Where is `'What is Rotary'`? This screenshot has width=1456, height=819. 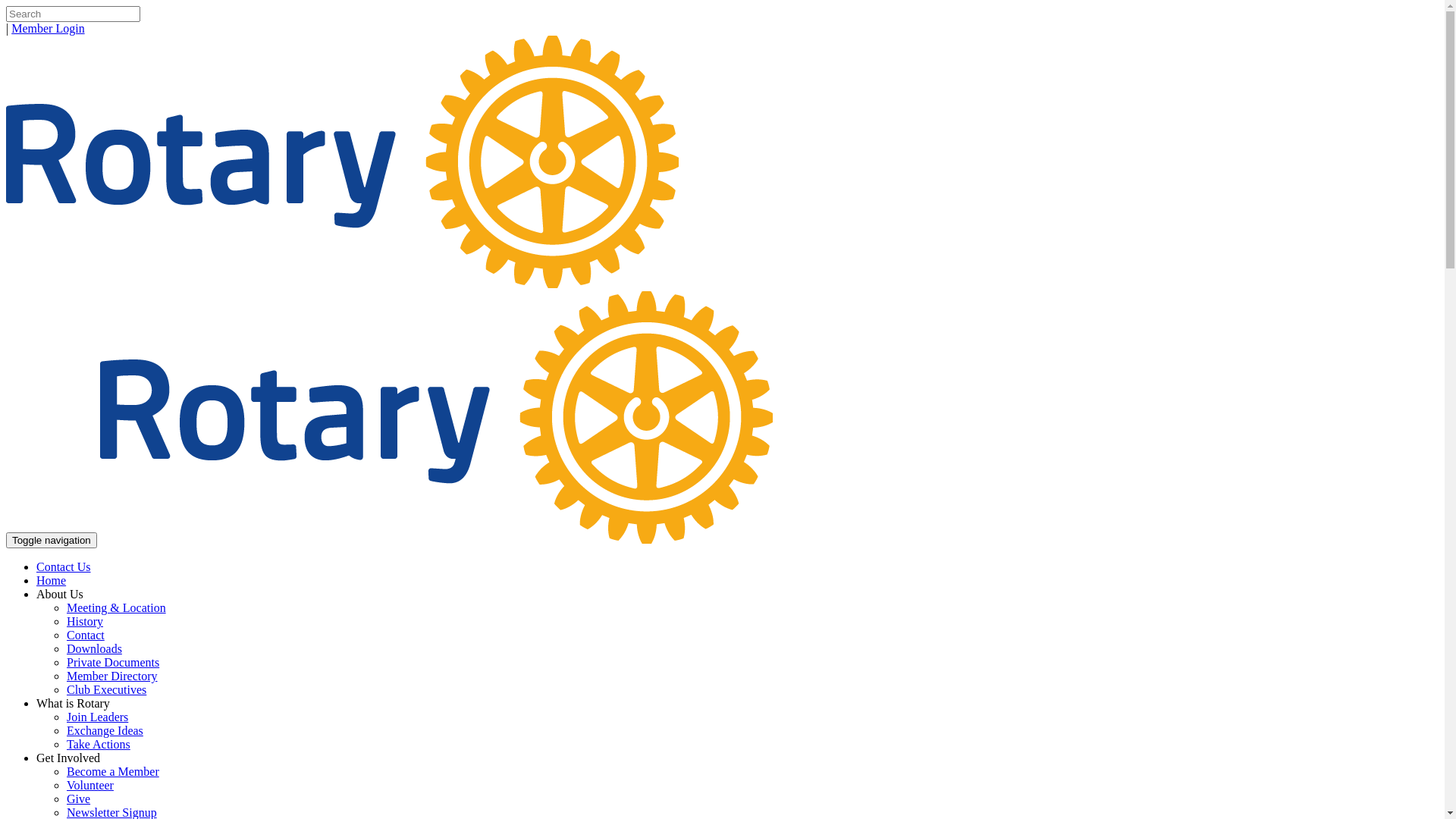
'What is Rotary' is located at coordinates (36, 703).